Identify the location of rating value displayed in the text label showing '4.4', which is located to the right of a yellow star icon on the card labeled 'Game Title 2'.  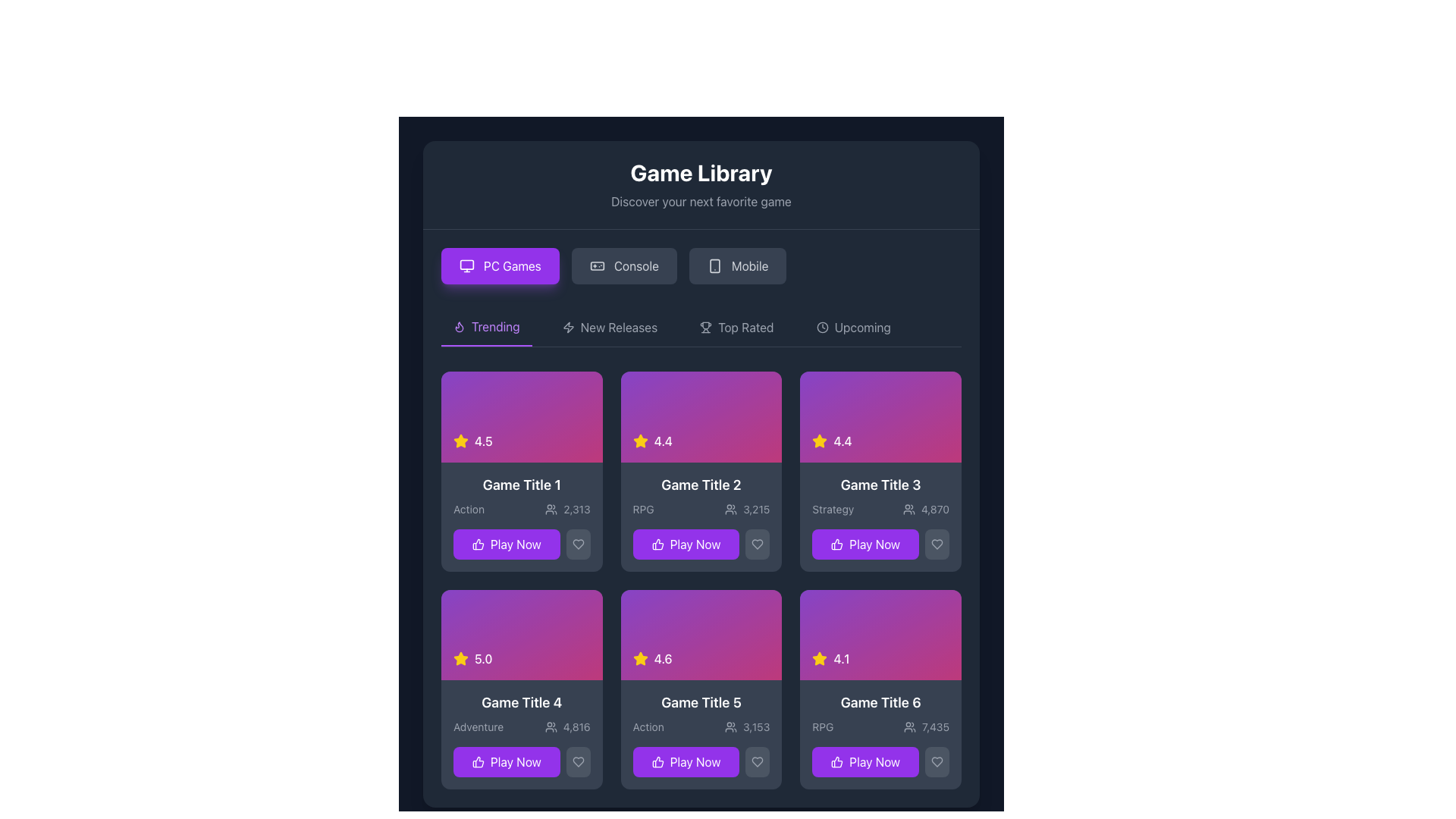
(663, 441).